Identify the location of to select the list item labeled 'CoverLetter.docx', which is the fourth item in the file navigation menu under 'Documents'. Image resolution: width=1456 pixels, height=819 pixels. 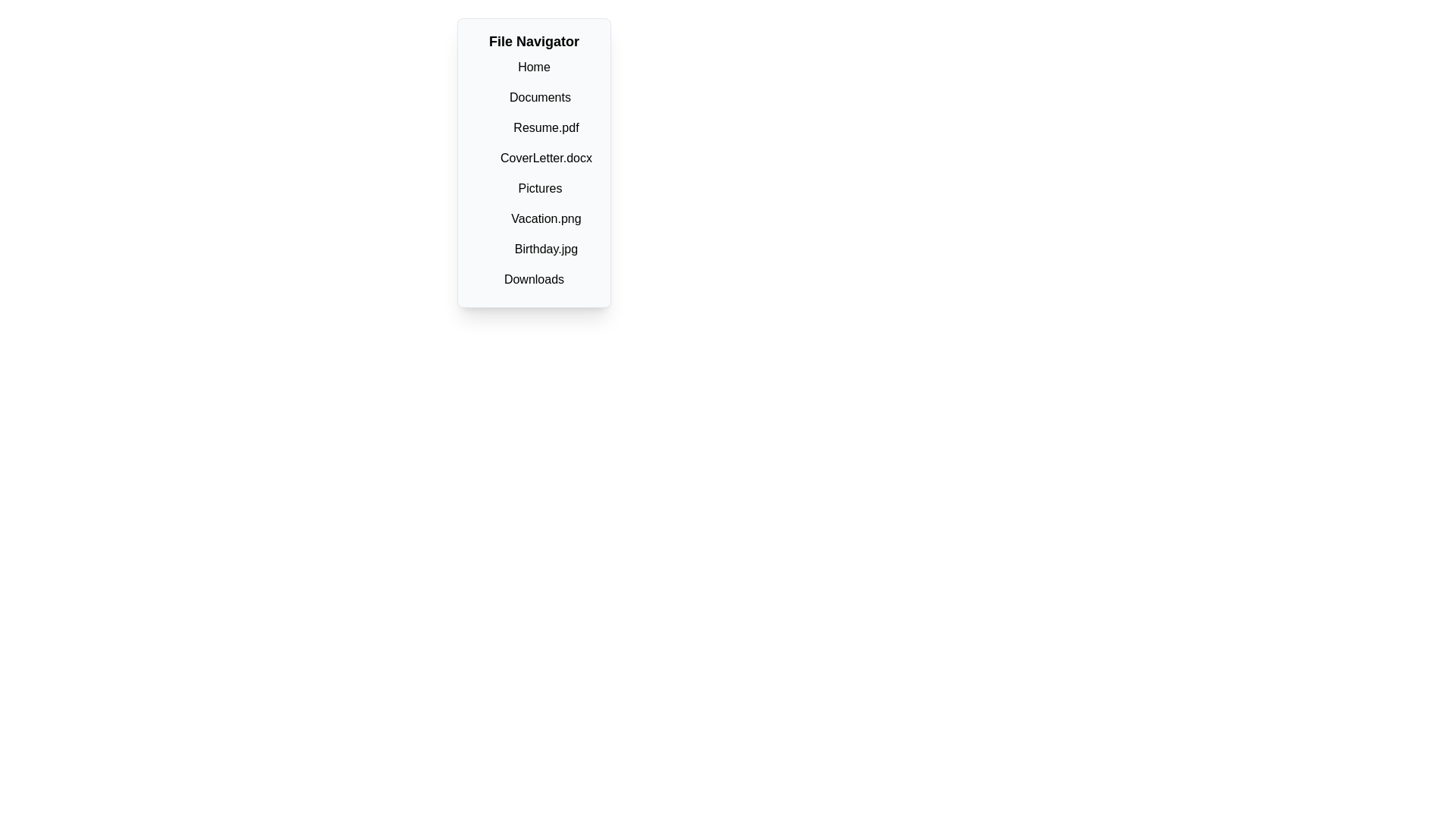
(534, 158).